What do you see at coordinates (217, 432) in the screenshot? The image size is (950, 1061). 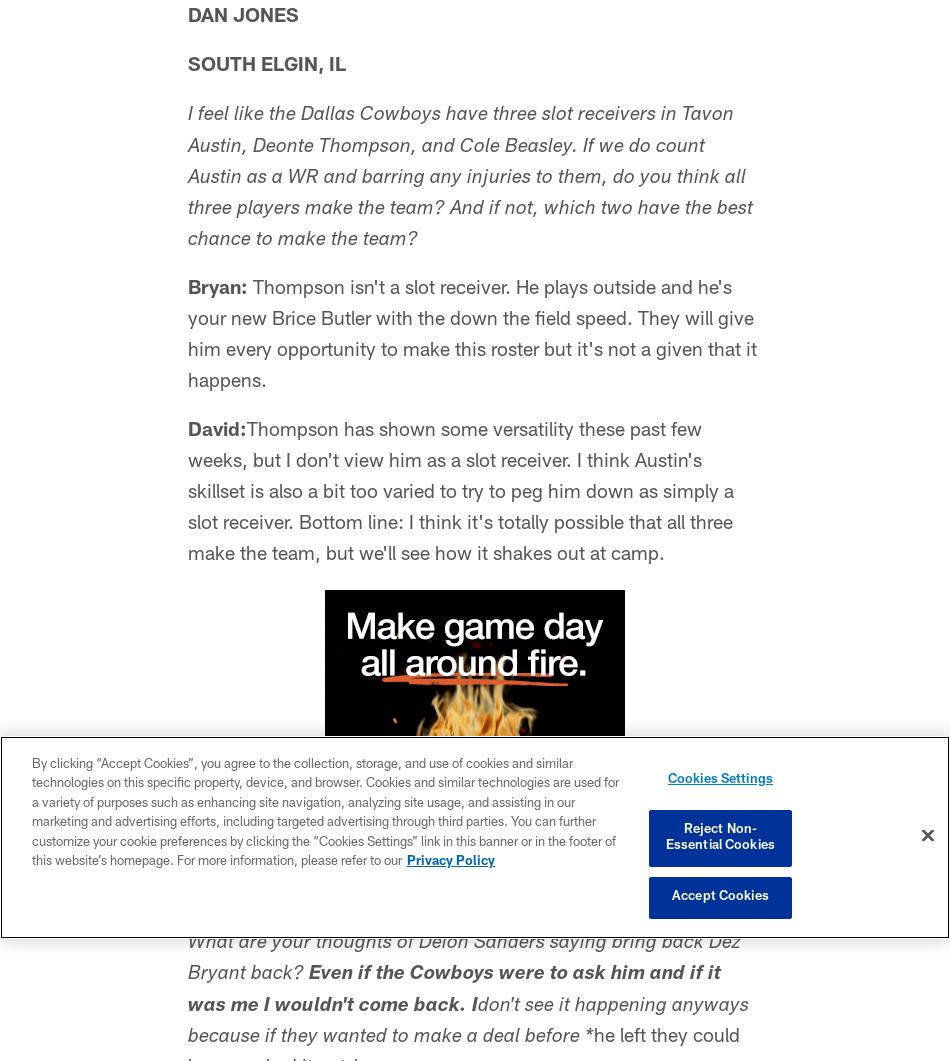 I see `'David:'` at bounding box center [217, 432].